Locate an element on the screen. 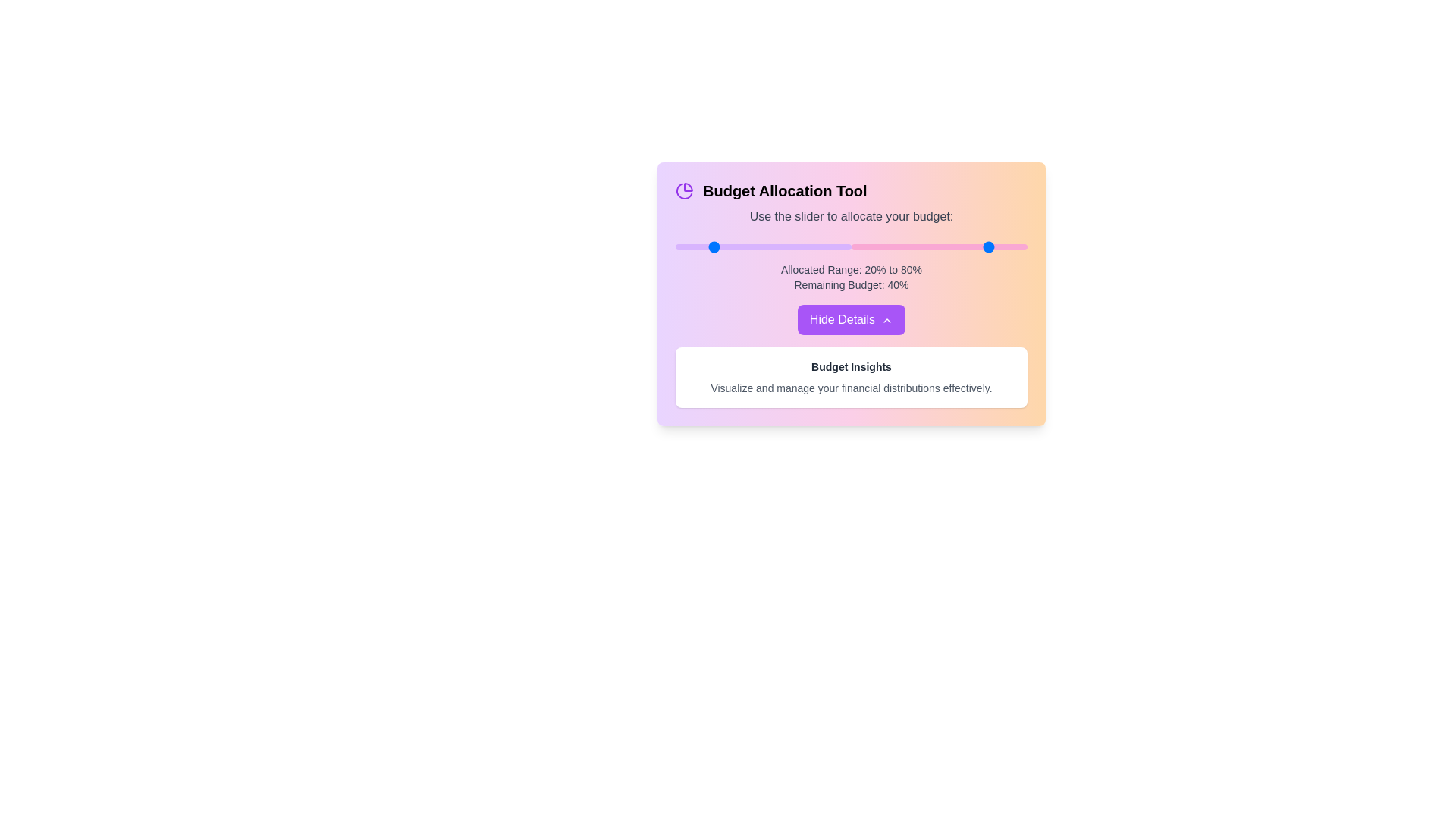 Image resolution: width=1456 pixels, height=819 pixels. 'Hide Details' button to toggle the visibility of the details section is located at coordinates (852, 318).